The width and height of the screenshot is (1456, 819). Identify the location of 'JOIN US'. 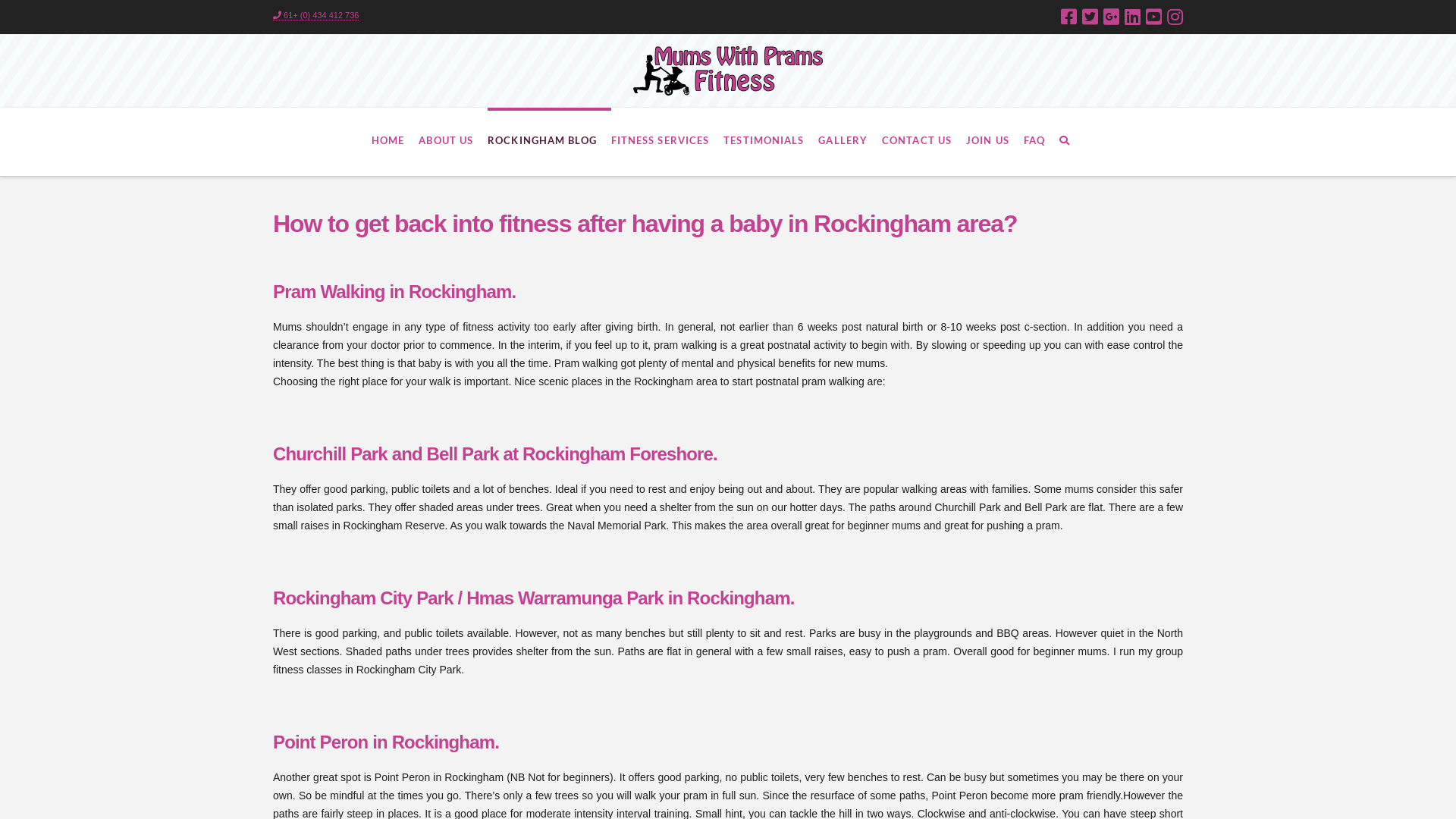
(965, 141).